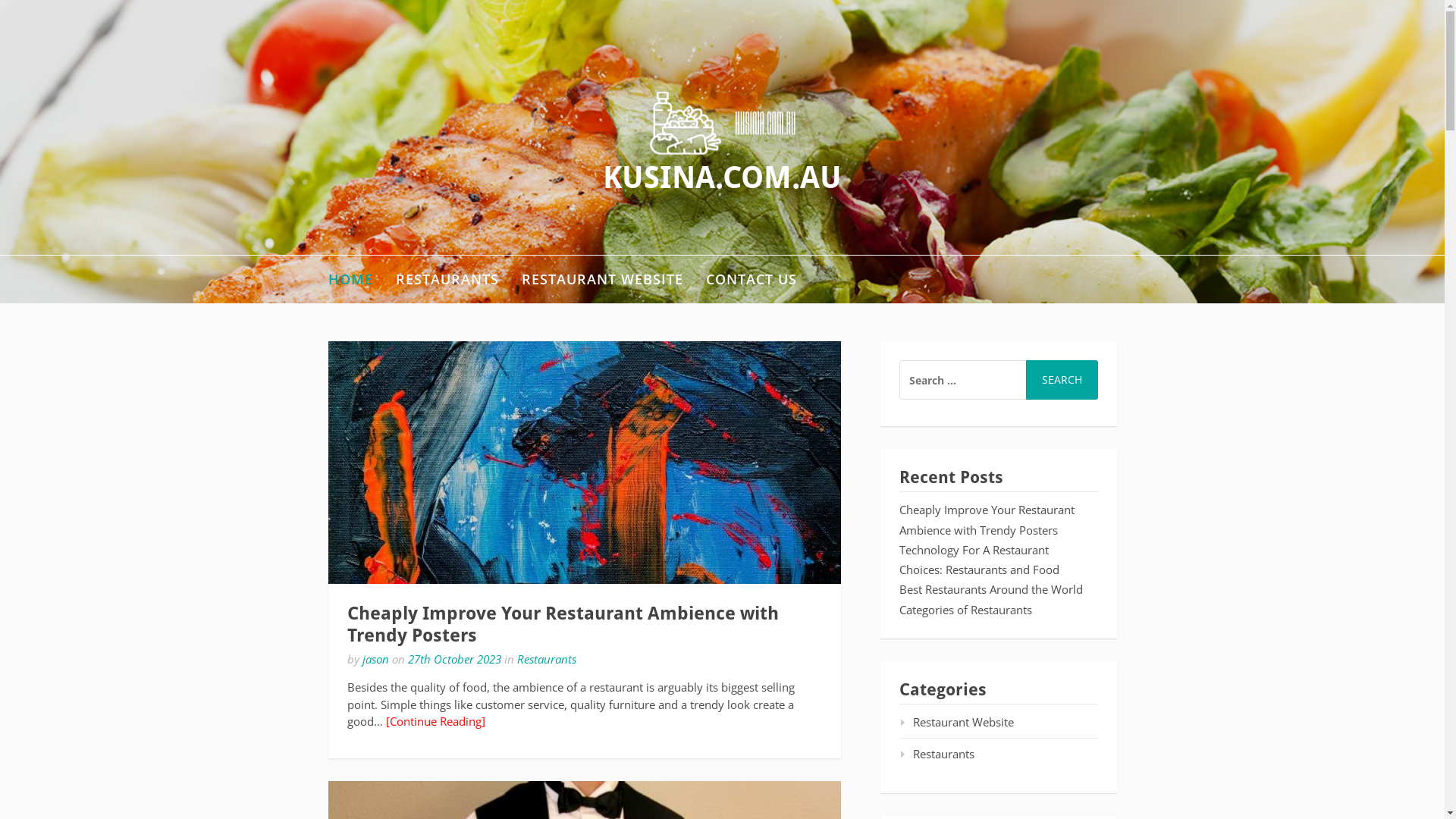 The height and width of the screenshot is (819, 1456). I want to click on 'Technology For A Restaurant', so click(974, 550).